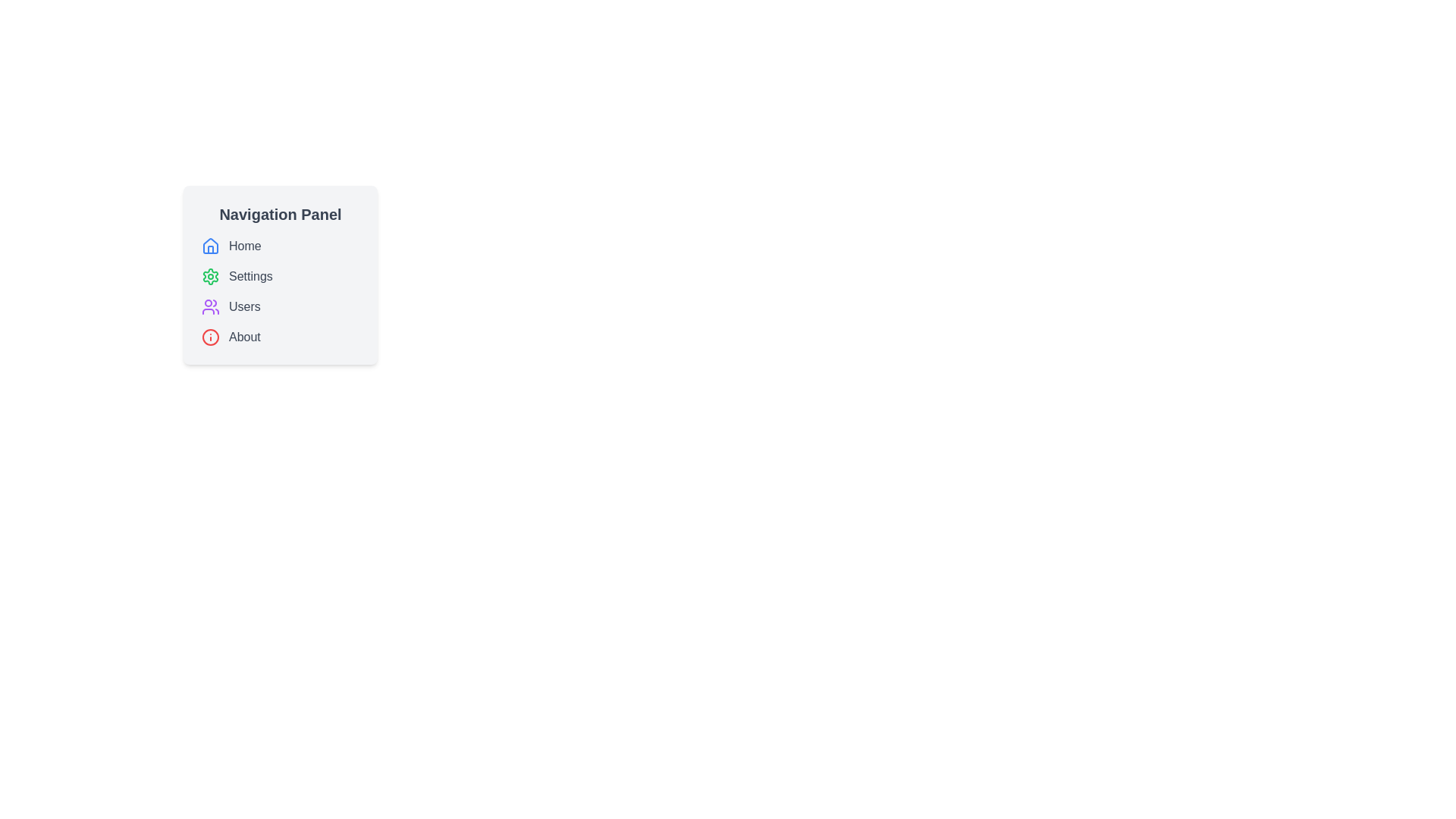  What do you see at coordinates (210, 336) in the screenshot?
I see `the visual representation of the outer circular SVG graphic in the 'About' section of the navigation menu` at bounding box center [210, 336].